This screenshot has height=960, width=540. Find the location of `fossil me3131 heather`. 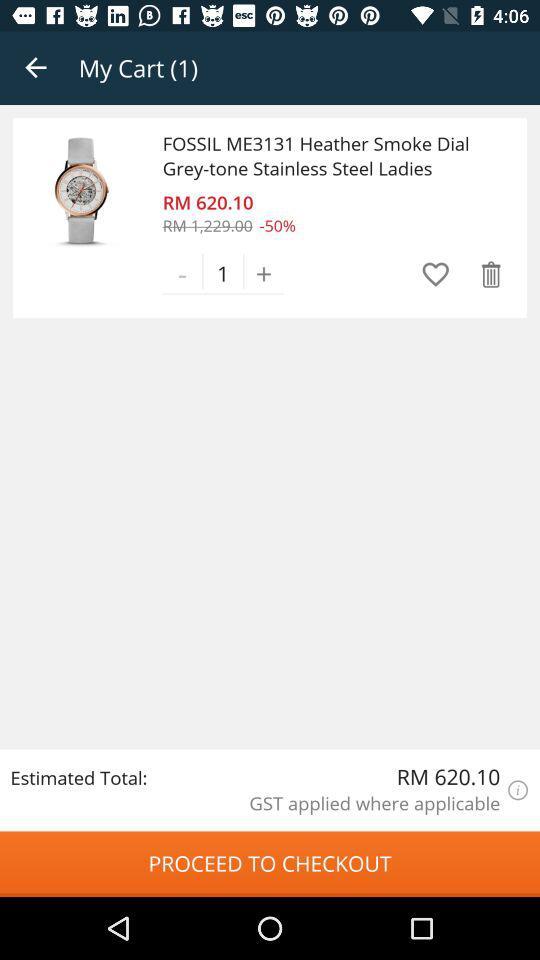

fossil me3131 heather is located at coordinates (327, 155).